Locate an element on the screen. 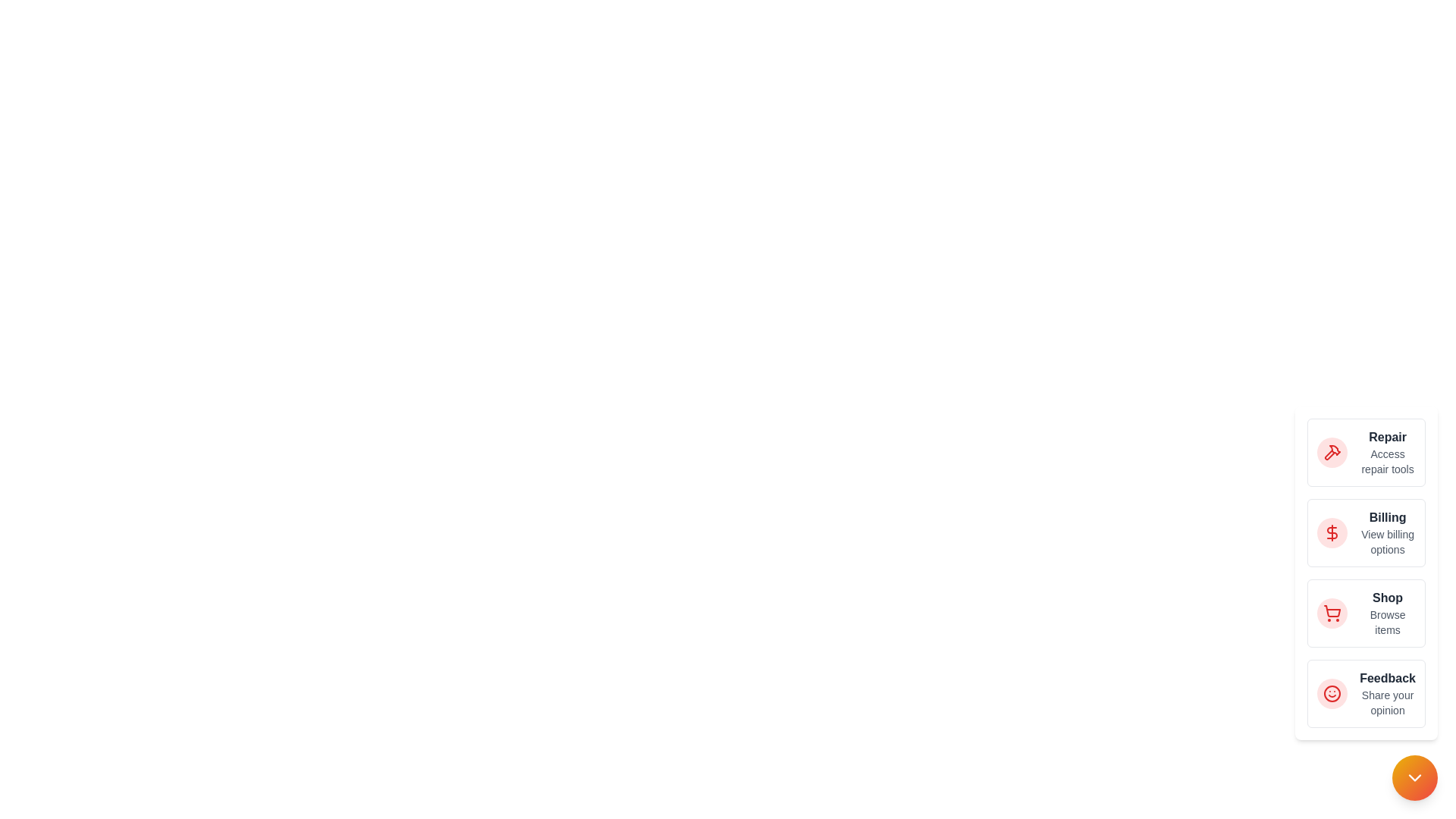 Image resolution: width=1456 pixels, height=819 pixels. the action labeled 'Shop' to highlight it is located at coordinates (1331, 613).